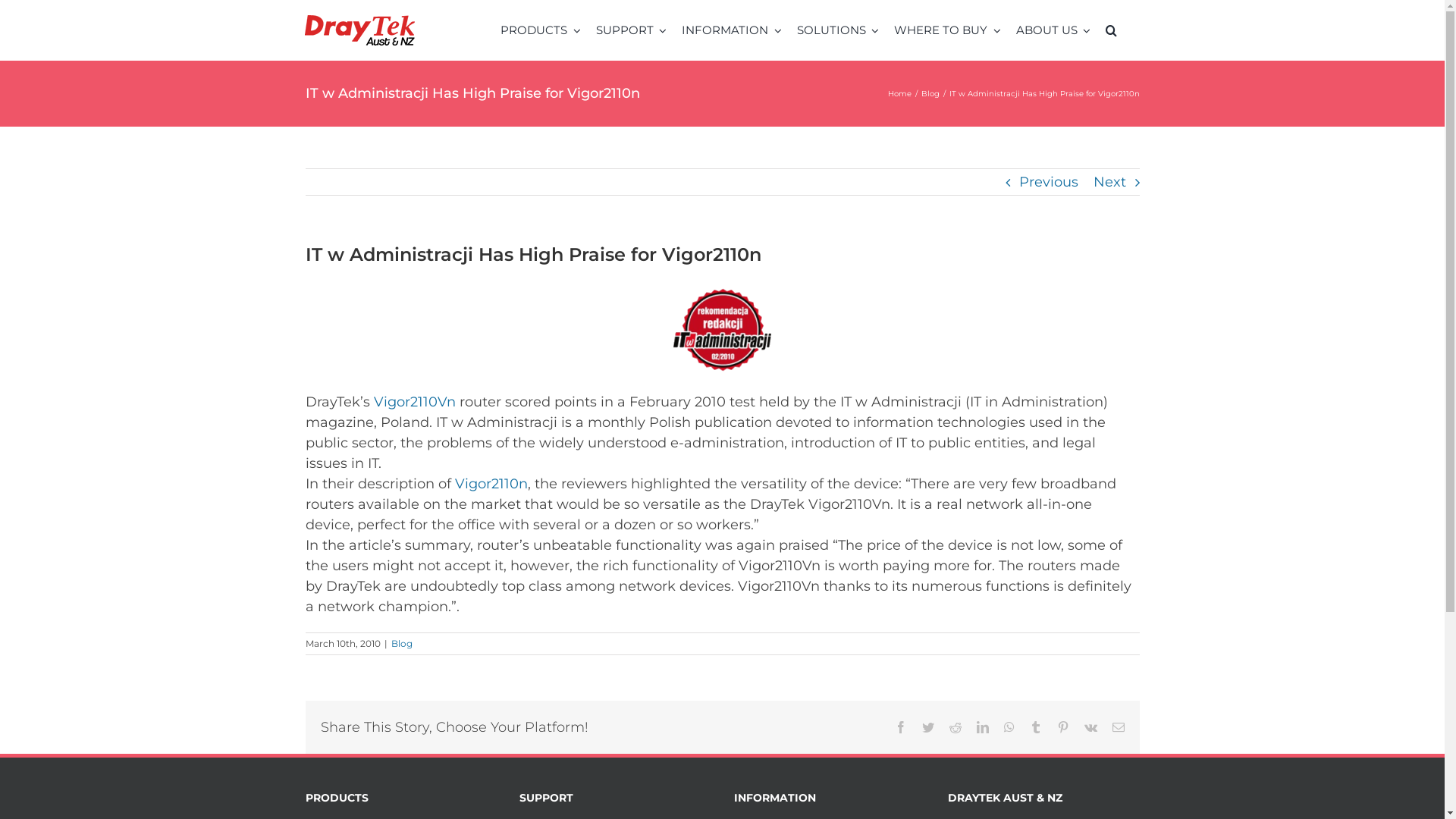  I want to click on 'Email', so click(1117, 726).